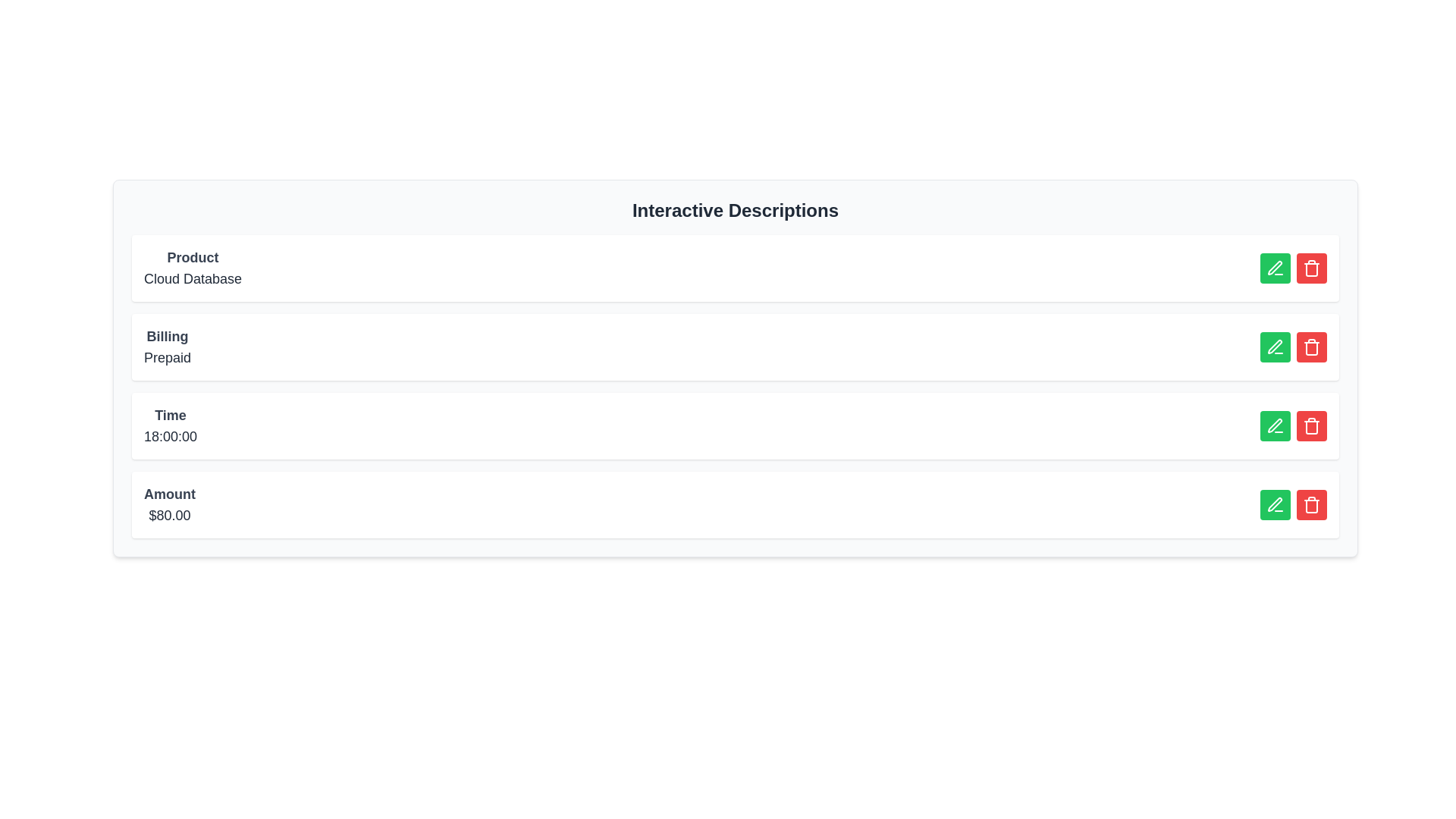 The width and height of the screenshot is (1456, 819). I want to click on the small pen icon representing the edit functionality, located within the green button near the right side of the 'Time' row, above the trash bin icon in a red button, so click(1274, 425).